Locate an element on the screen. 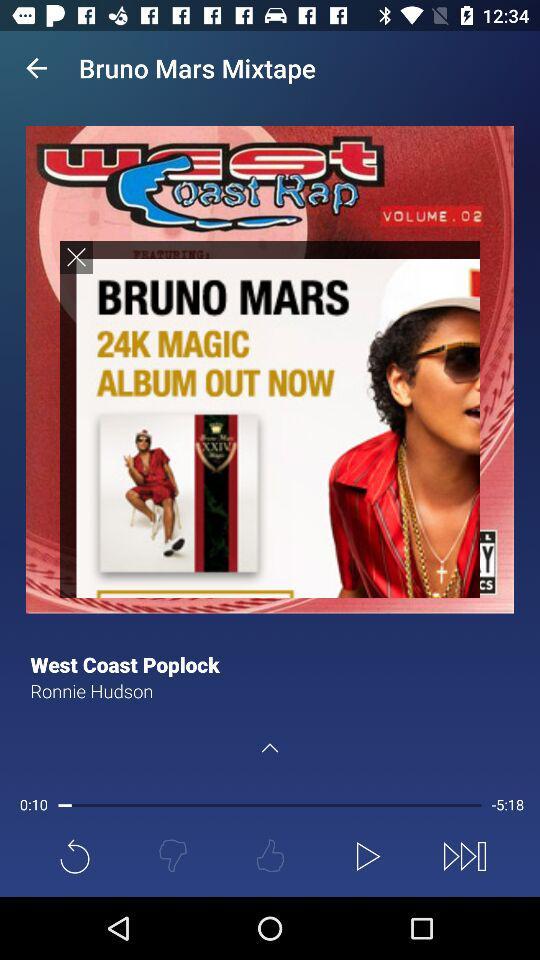 This screenshot has height=960, width=540. the reload icon at the bottom left is located at coordinates (74, 855).